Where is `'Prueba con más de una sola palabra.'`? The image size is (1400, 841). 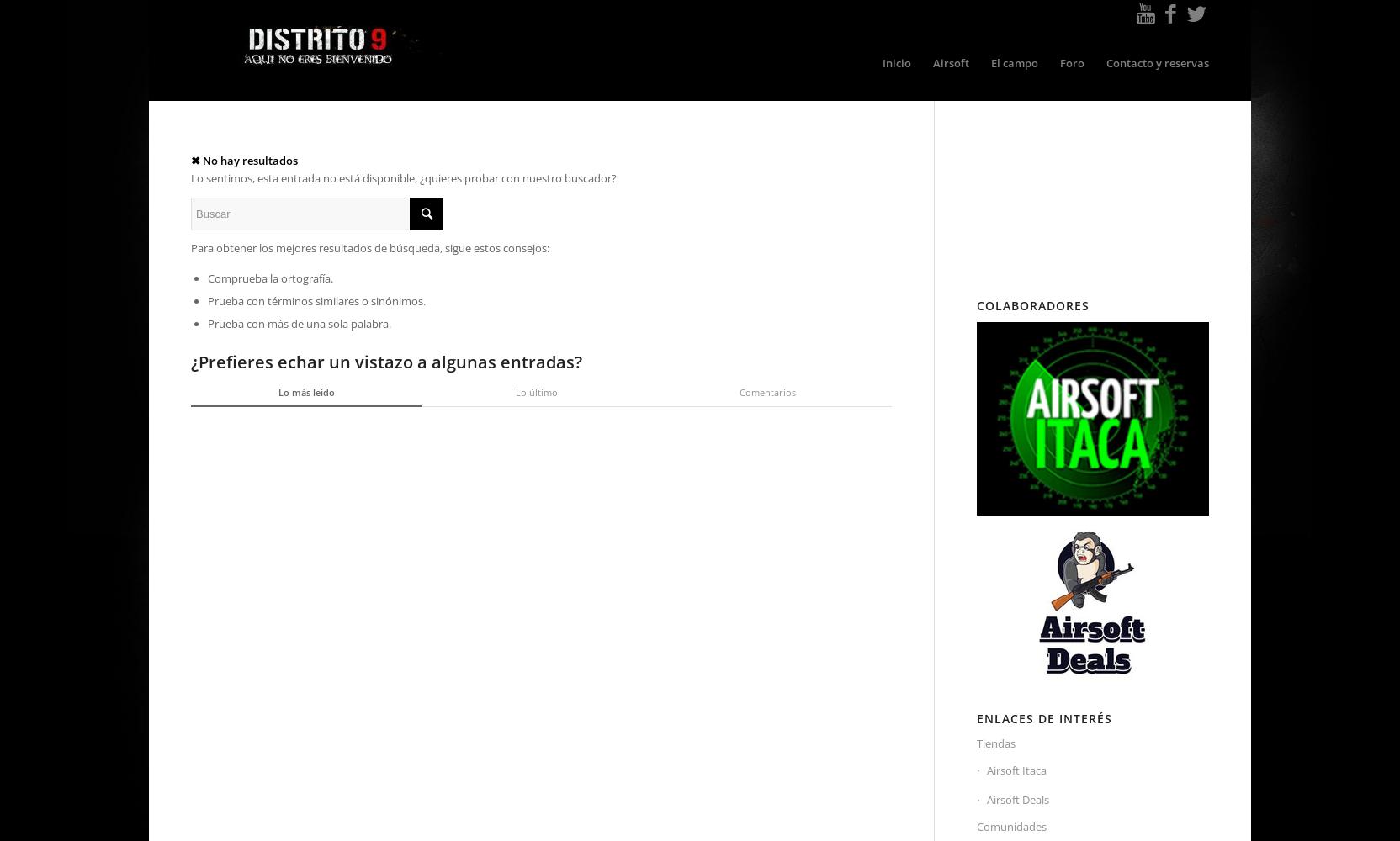
'Prueba con más de una sola palabra.' is located at coordinates (299, 324).